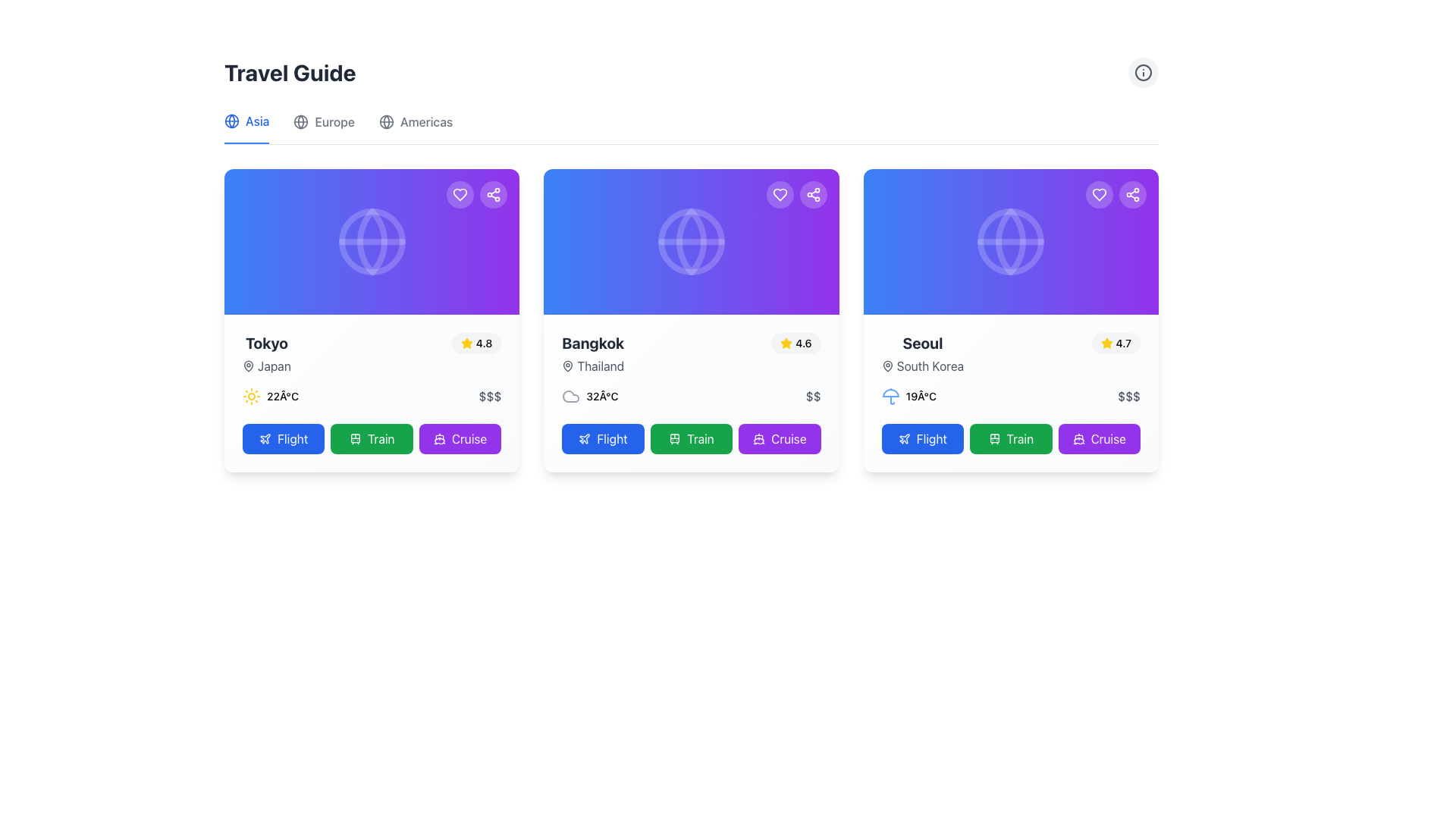 Image resolution: width=1456 pixels, height=819 pixels. What do you see at coordinates (1011, 241) in the screenshot?
I see `the innermost circular component of the globe icon within the Seoul card in the Travel Guide section, which is visually characterized by a white hue and subtle transparency against a purple background` at bounding box center [1011, 241].